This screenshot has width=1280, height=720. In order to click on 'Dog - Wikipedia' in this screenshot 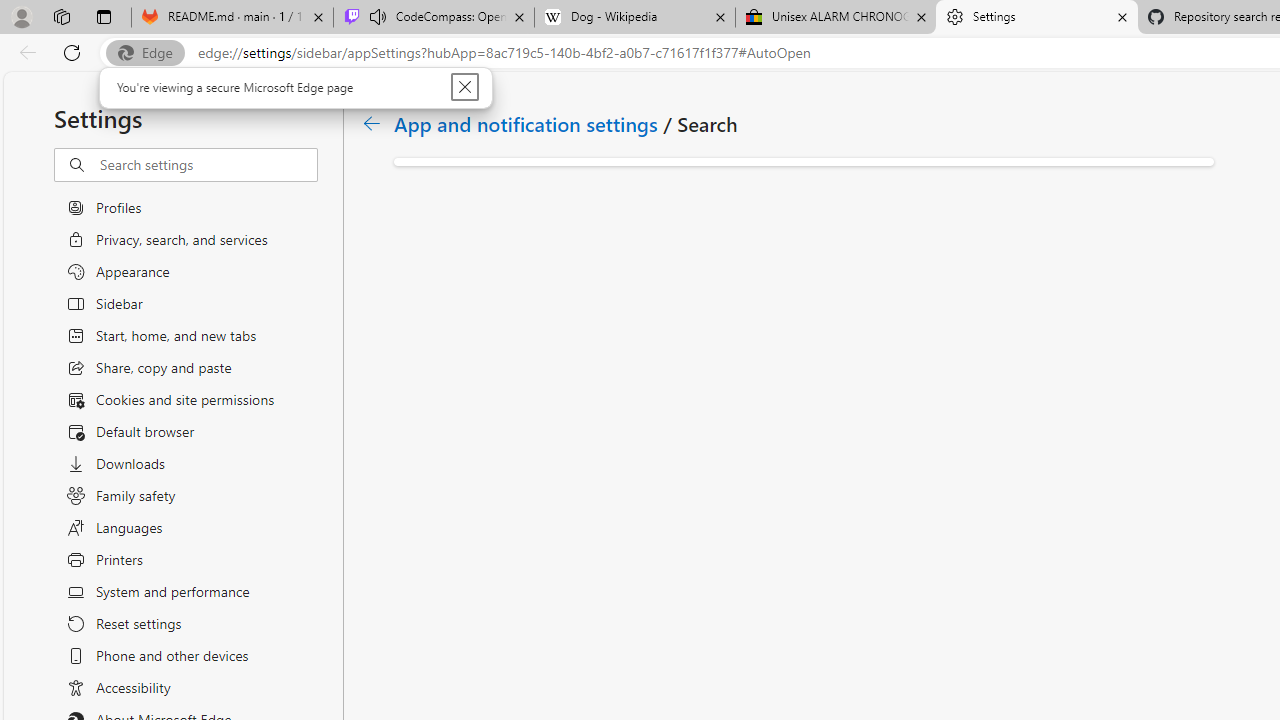, I will do `click(633, 17)`.